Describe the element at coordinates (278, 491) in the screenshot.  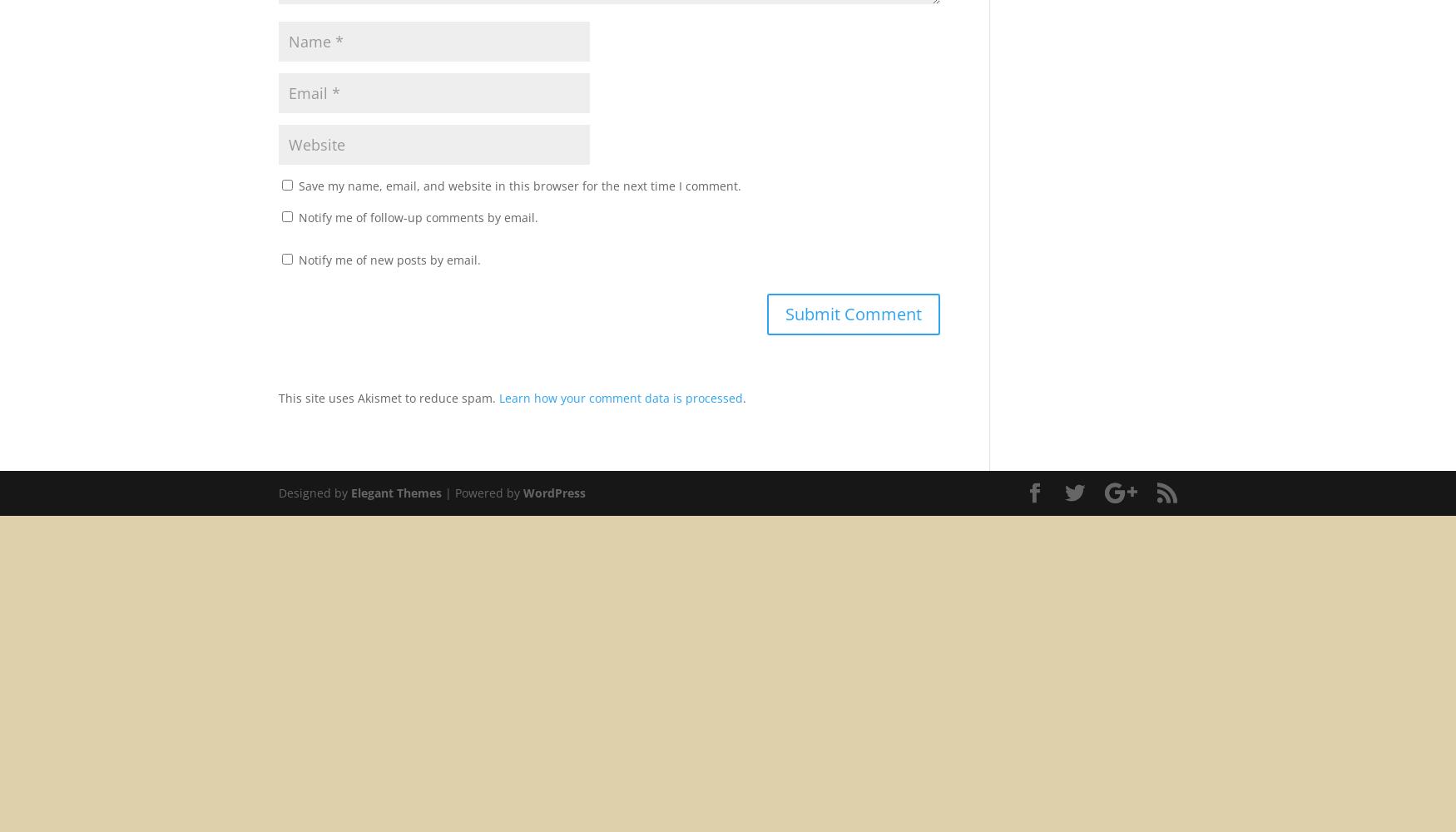
I see `'Designed by'` at that location.